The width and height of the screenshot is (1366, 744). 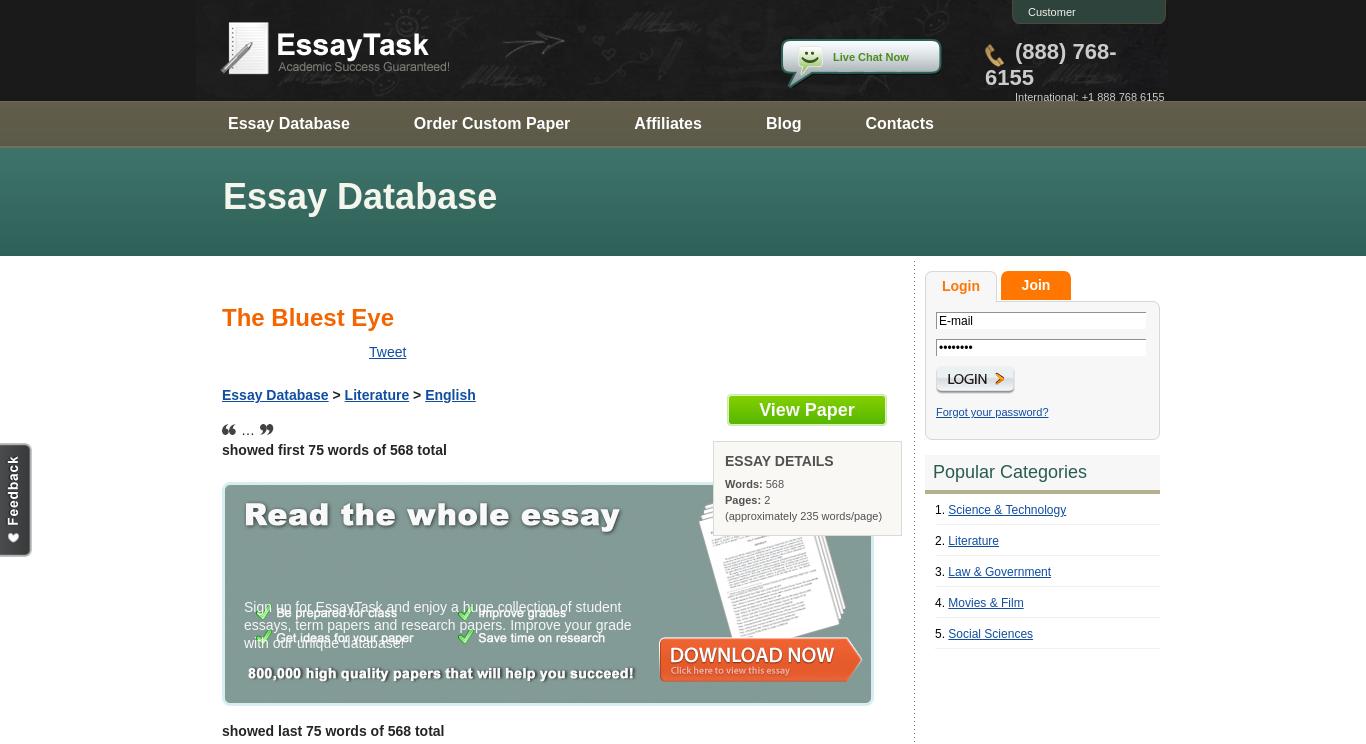 What do you see at coordinates (1010, 470) in the screenshot?
I see `'Popular Categories'` at bounding box center [1010, 470].